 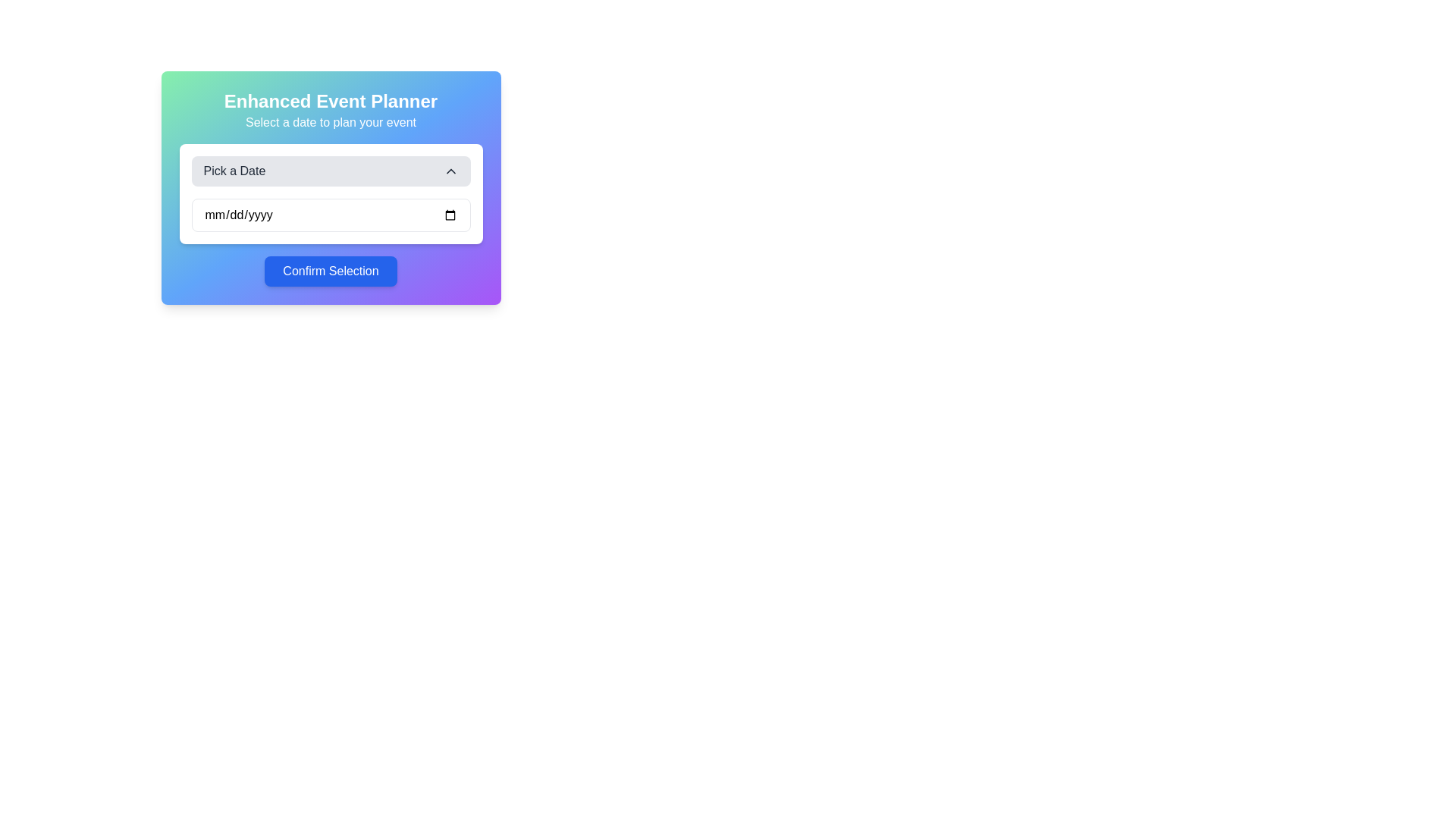 What do you see at coordinates (450, 171) in the screenshot?
I see `the dropdown menu icon located in the top-right portion of the 'Pick a Date' section, above the date input field` at bounding box center [450, 171].